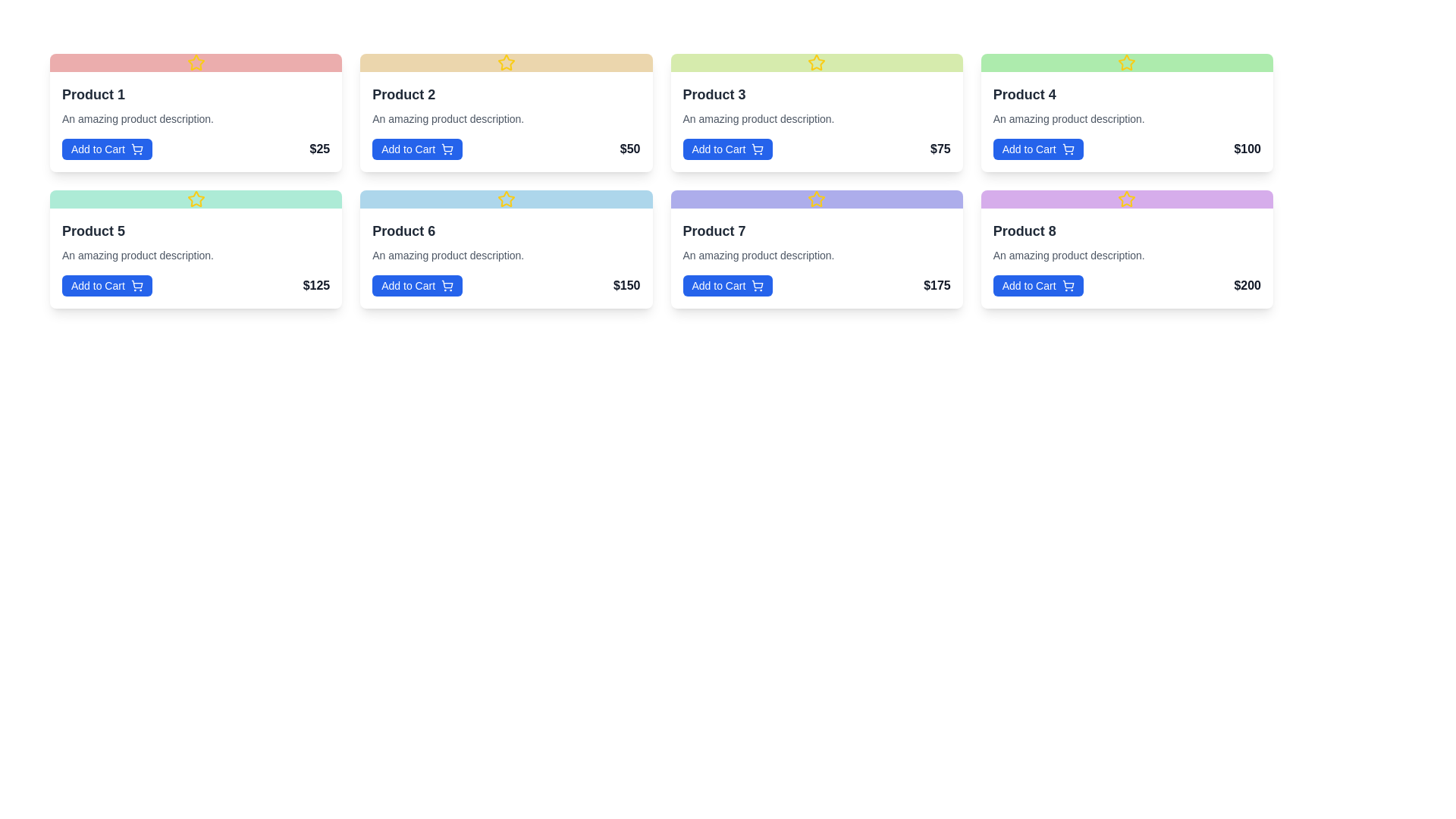  I want to click on the Text Label that serves as the title or name of the item listed in the 'Product 8' card, which is positioned at the top center of the purple-colored card, so click(1025, 231).